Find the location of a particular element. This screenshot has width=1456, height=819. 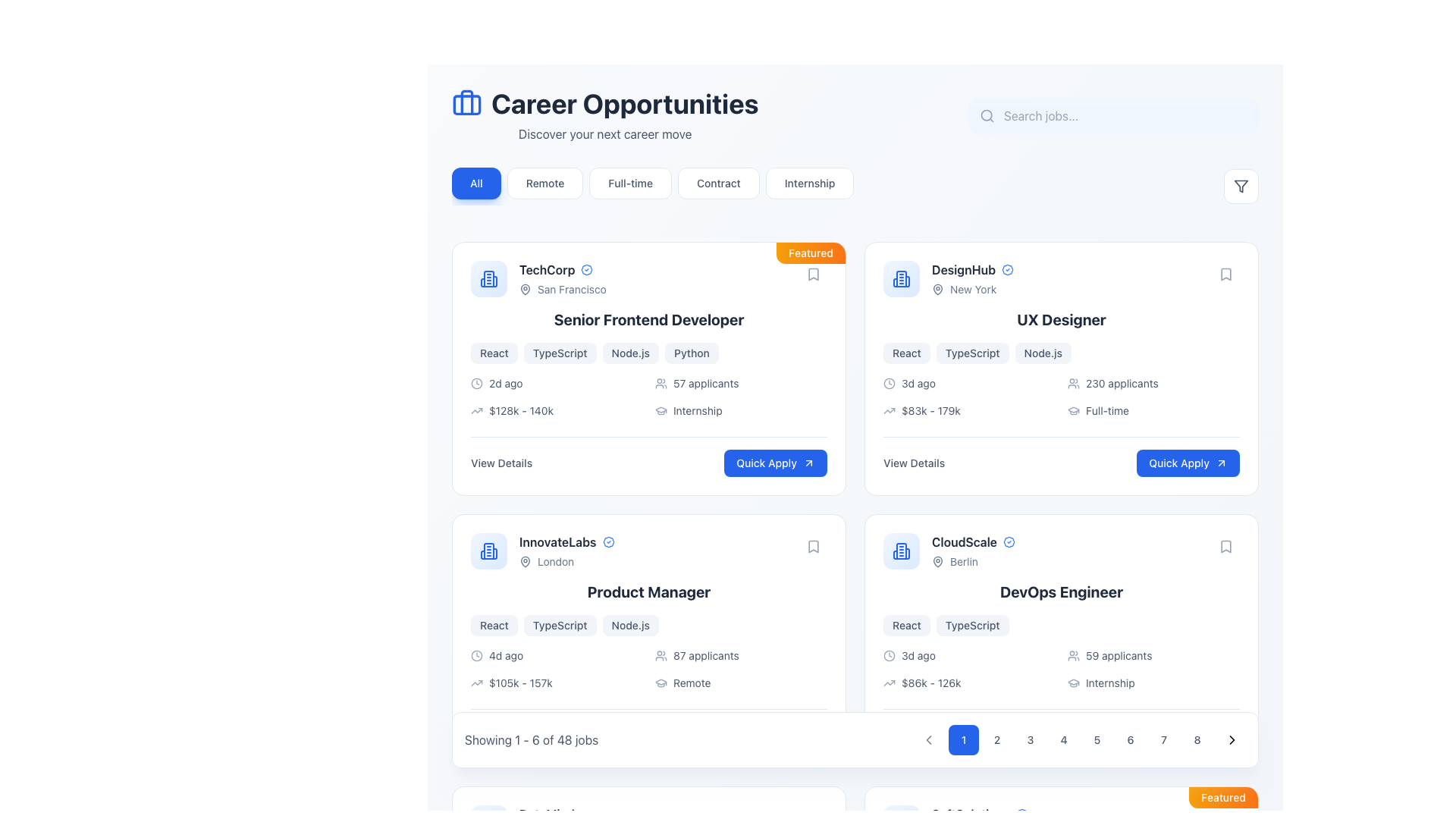

the 'Berlin' text with a pin icon located in the second row of the information card for 'CloudScale' is located at coordinates (973, 561).